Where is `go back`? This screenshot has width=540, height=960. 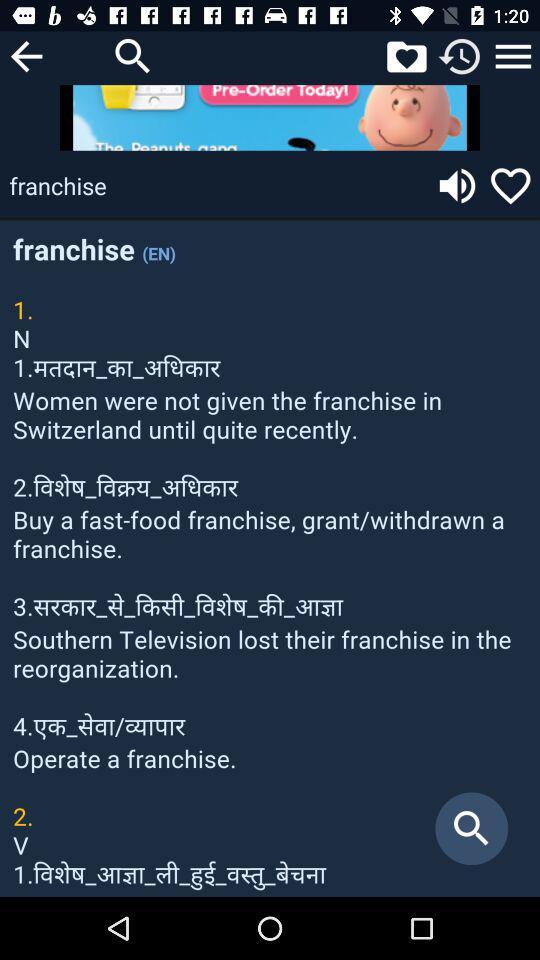
go back is located at coordinates (25, 55).